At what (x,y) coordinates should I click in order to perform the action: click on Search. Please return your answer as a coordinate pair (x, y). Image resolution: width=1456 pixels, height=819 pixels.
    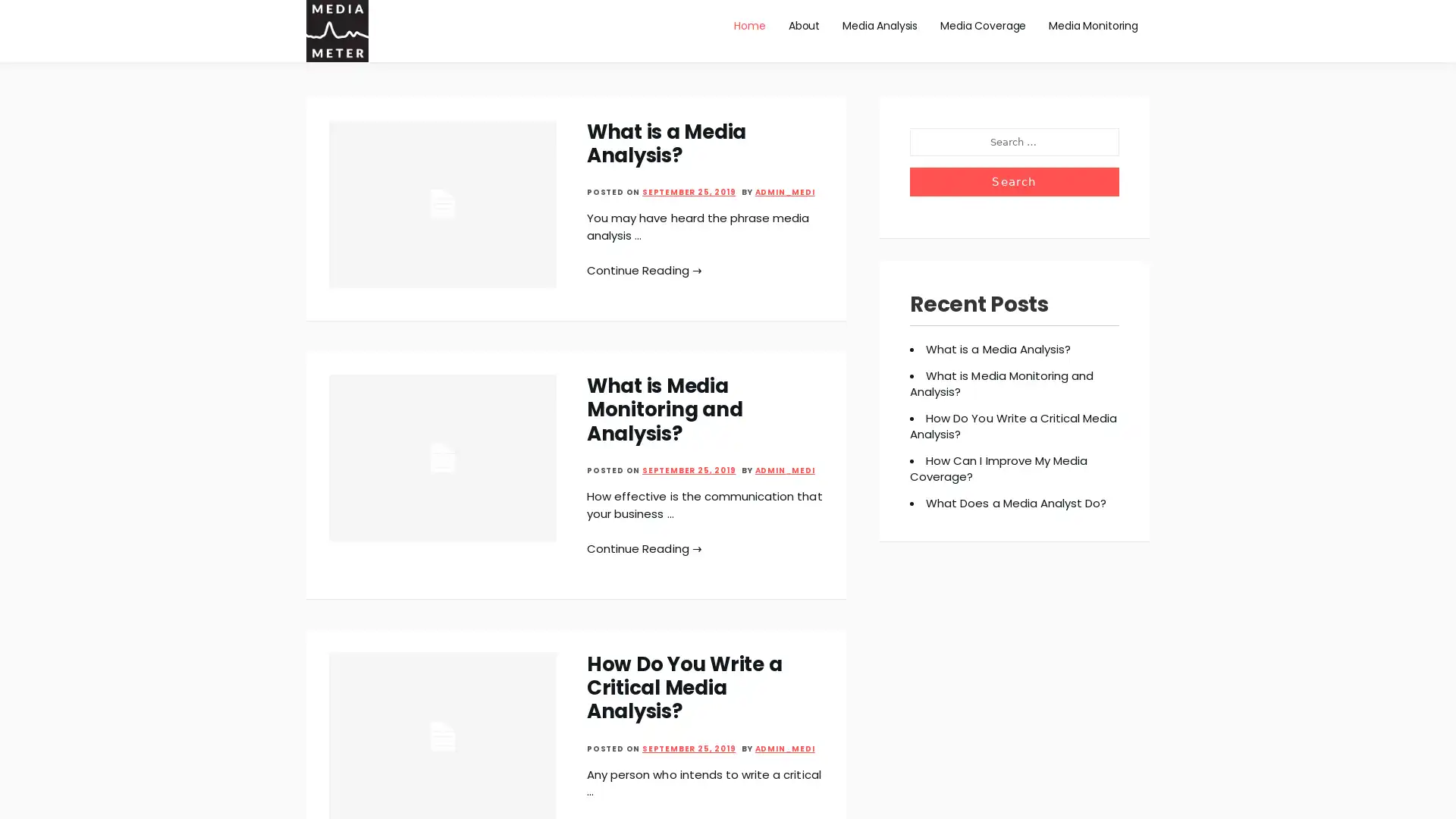
    Looking at the image, I should click on (1014, 180).